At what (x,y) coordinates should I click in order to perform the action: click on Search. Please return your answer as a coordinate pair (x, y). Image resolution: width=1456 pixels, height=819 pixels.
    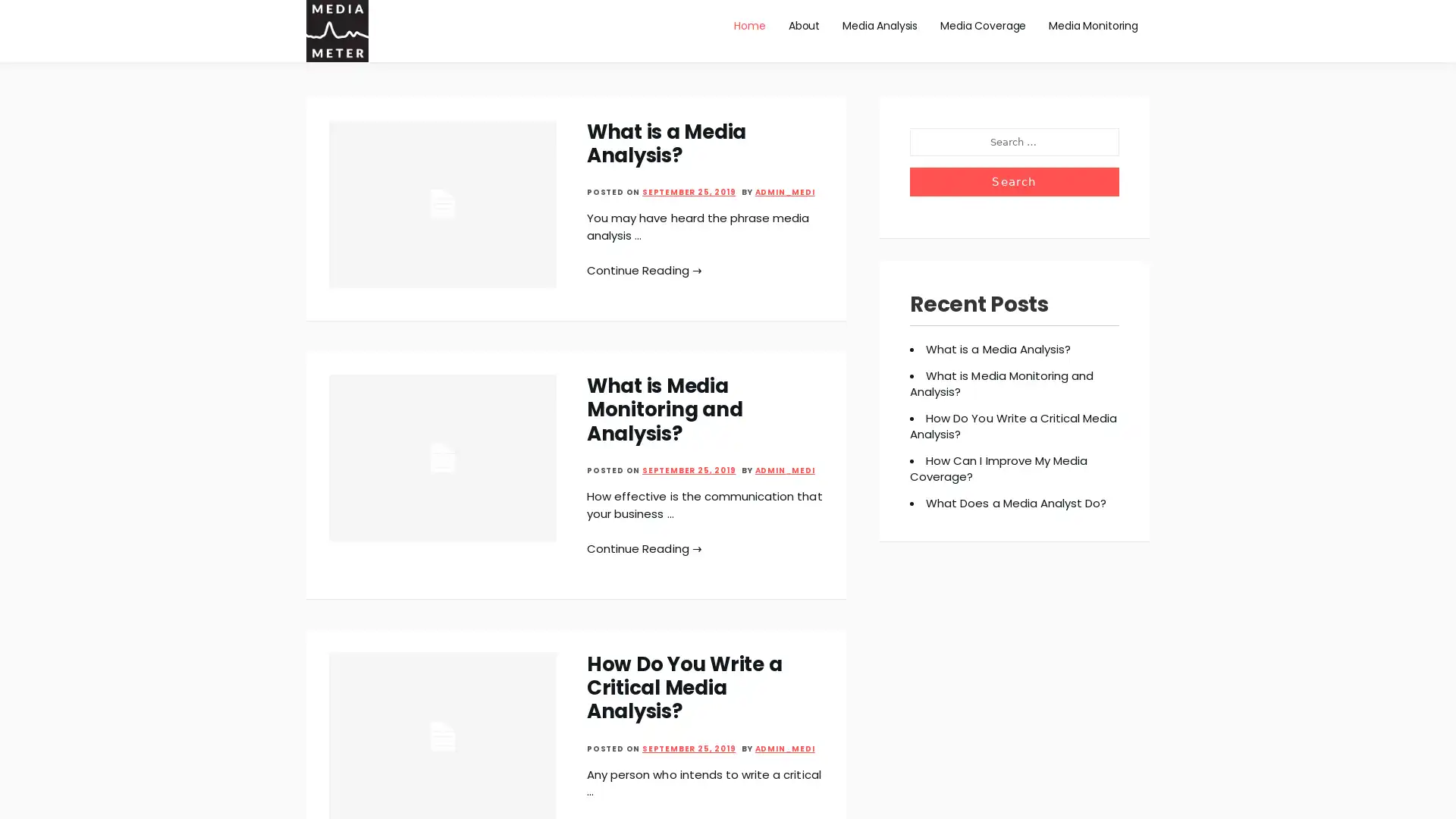
    Looking at the image, I should click on (1014, 180).